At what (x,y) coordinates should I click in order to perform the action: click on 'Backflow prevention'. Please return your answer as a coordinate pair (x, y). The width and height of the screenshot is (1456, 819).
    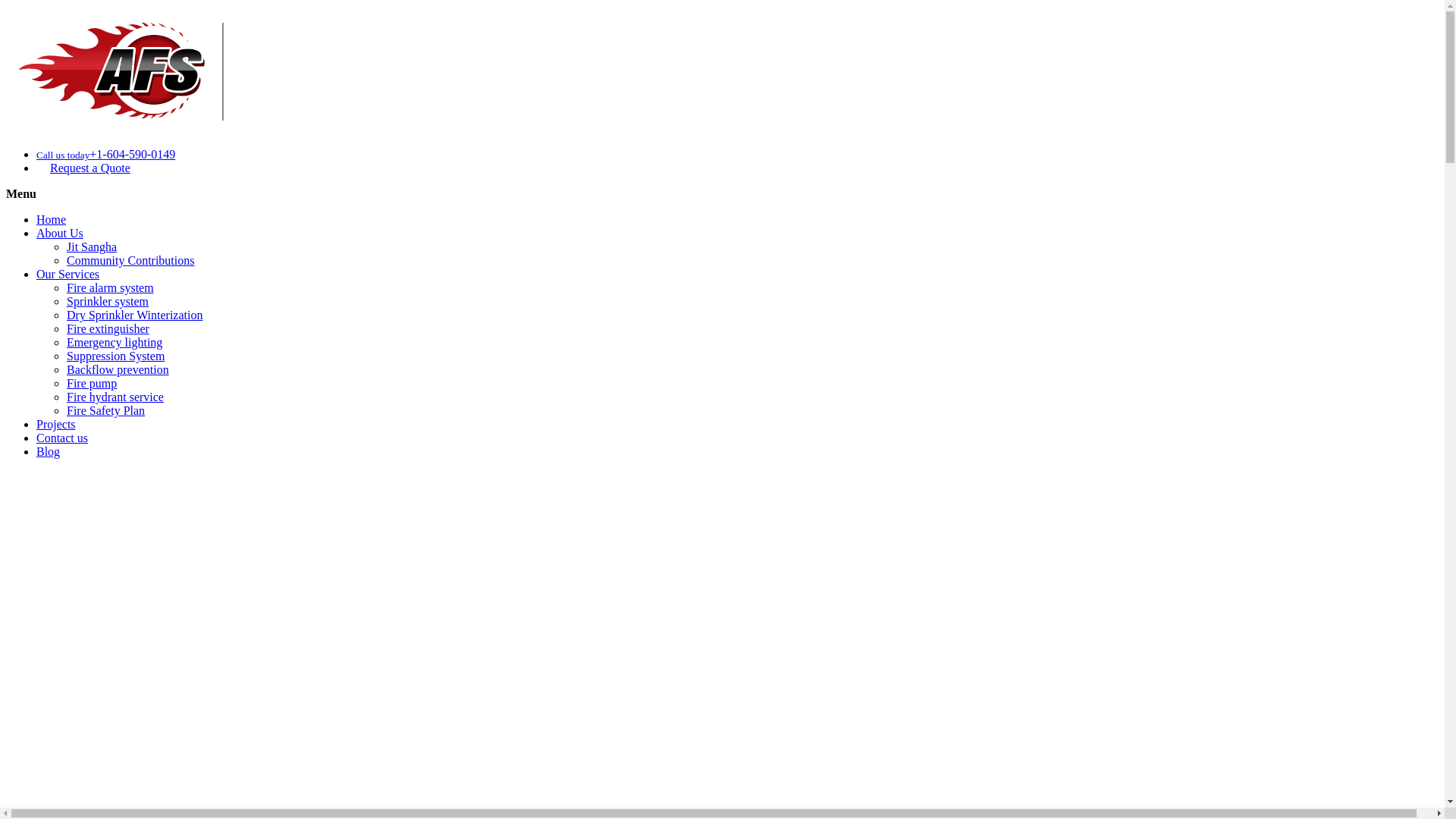
    Looking at the image, I should click on (117, 369).